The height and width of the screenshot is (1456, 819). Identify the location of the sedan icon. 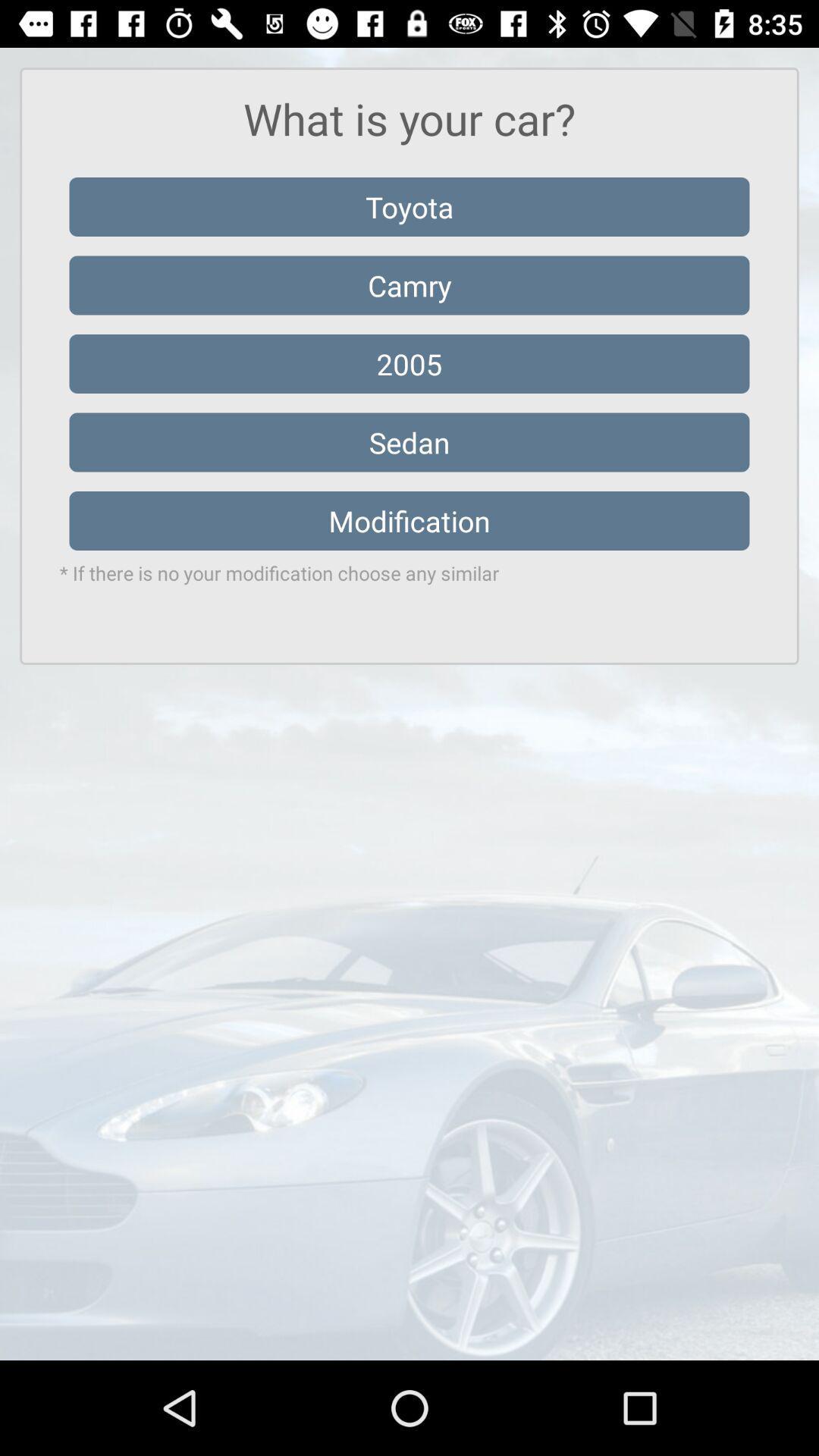
(409, 441).